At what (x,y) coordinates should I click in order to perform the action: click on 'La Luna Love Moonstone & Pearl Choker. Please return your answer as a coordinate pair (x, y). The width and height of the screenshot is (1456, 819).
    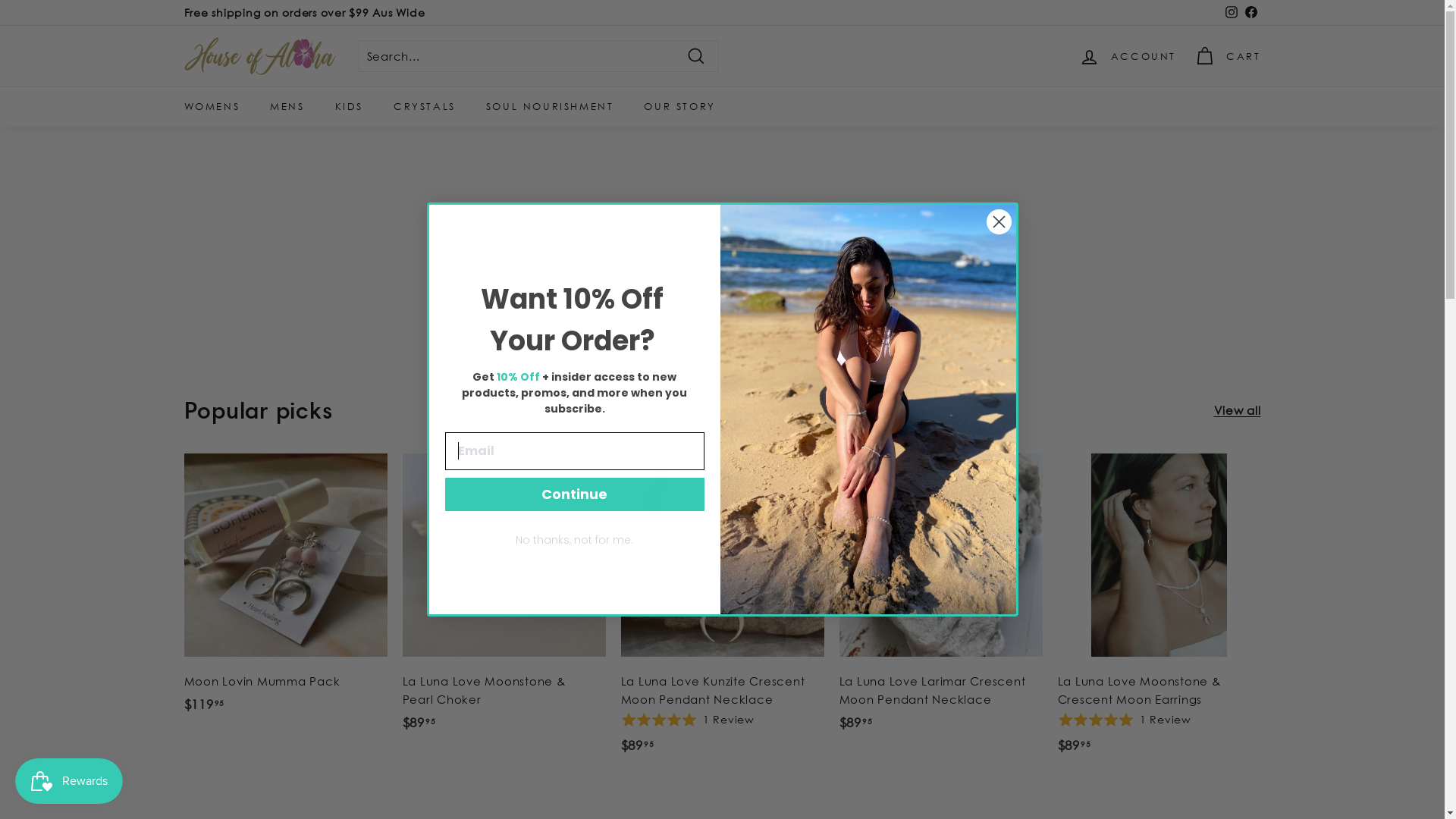
    Looking at the image, I should click on (503, 599).